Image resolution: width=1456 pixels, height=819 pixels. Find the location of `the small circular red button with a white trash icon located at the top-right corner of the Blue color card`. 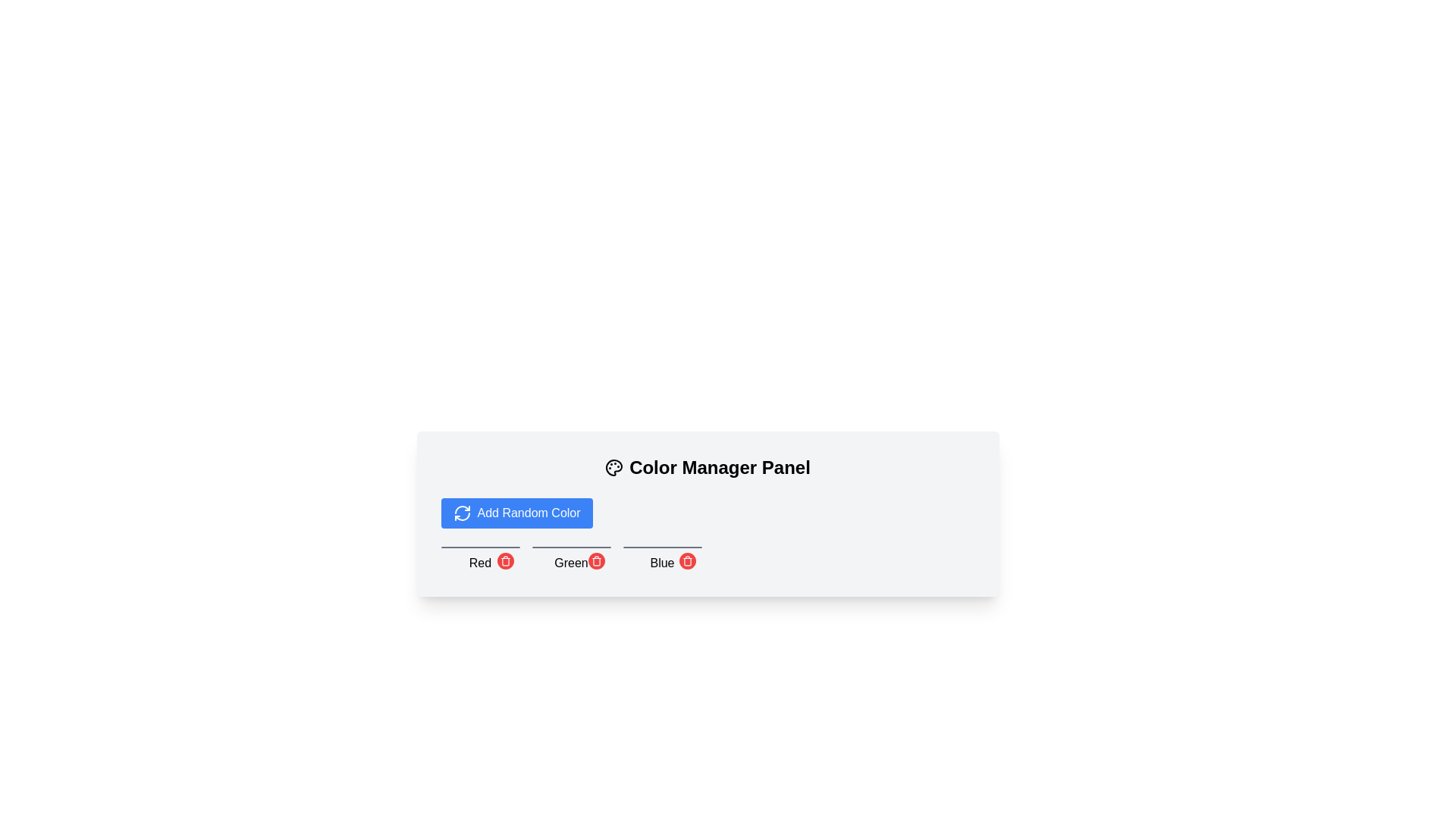

the small circular red button with a white trash icon located at the top-right corner of the Blue color card is located at coordinates (686, 561).